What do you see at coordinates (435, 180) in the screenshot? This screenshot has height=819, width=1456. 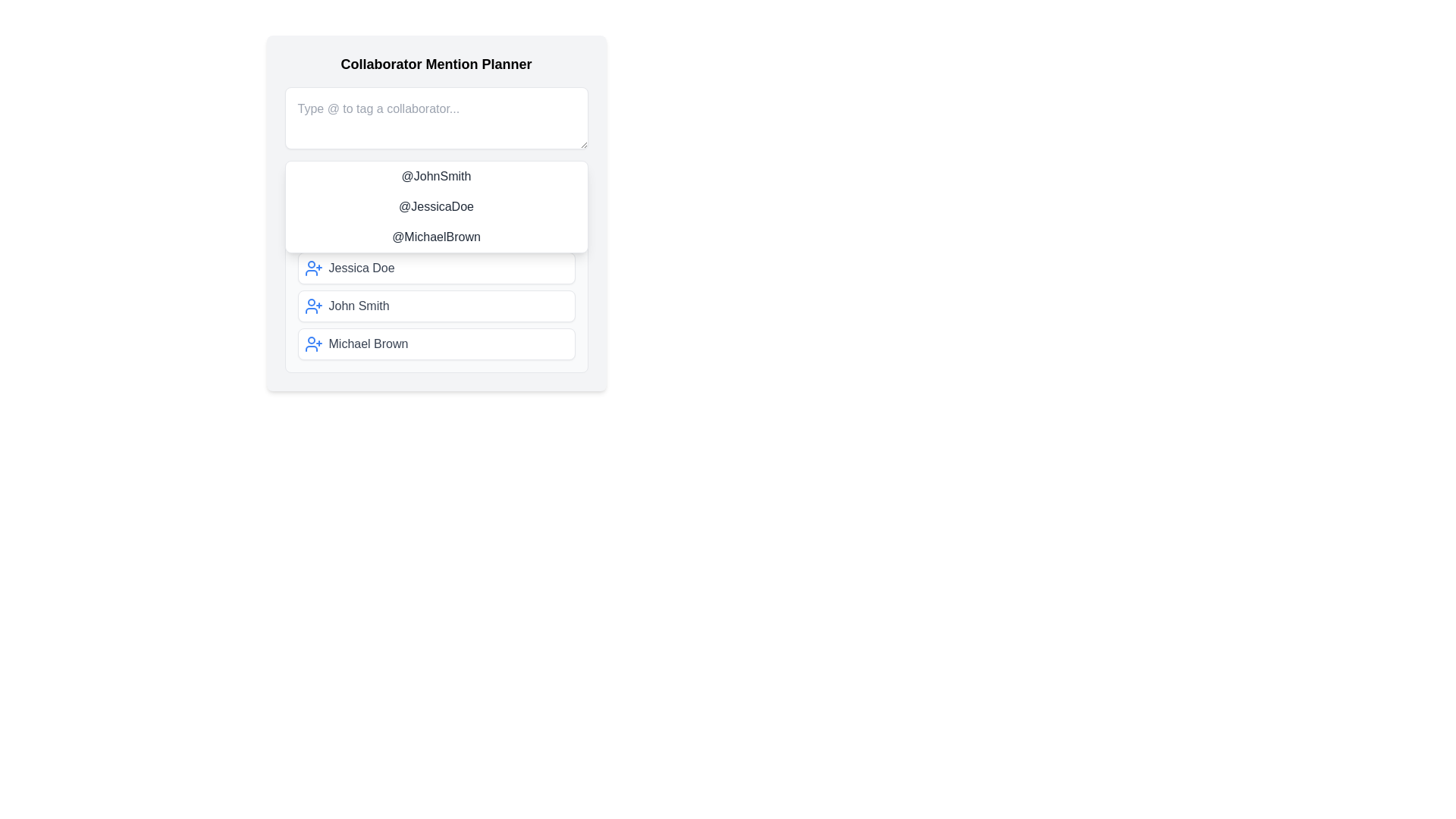 I see `the username label '@JohnSmith'` at bounding box center [435, 180].